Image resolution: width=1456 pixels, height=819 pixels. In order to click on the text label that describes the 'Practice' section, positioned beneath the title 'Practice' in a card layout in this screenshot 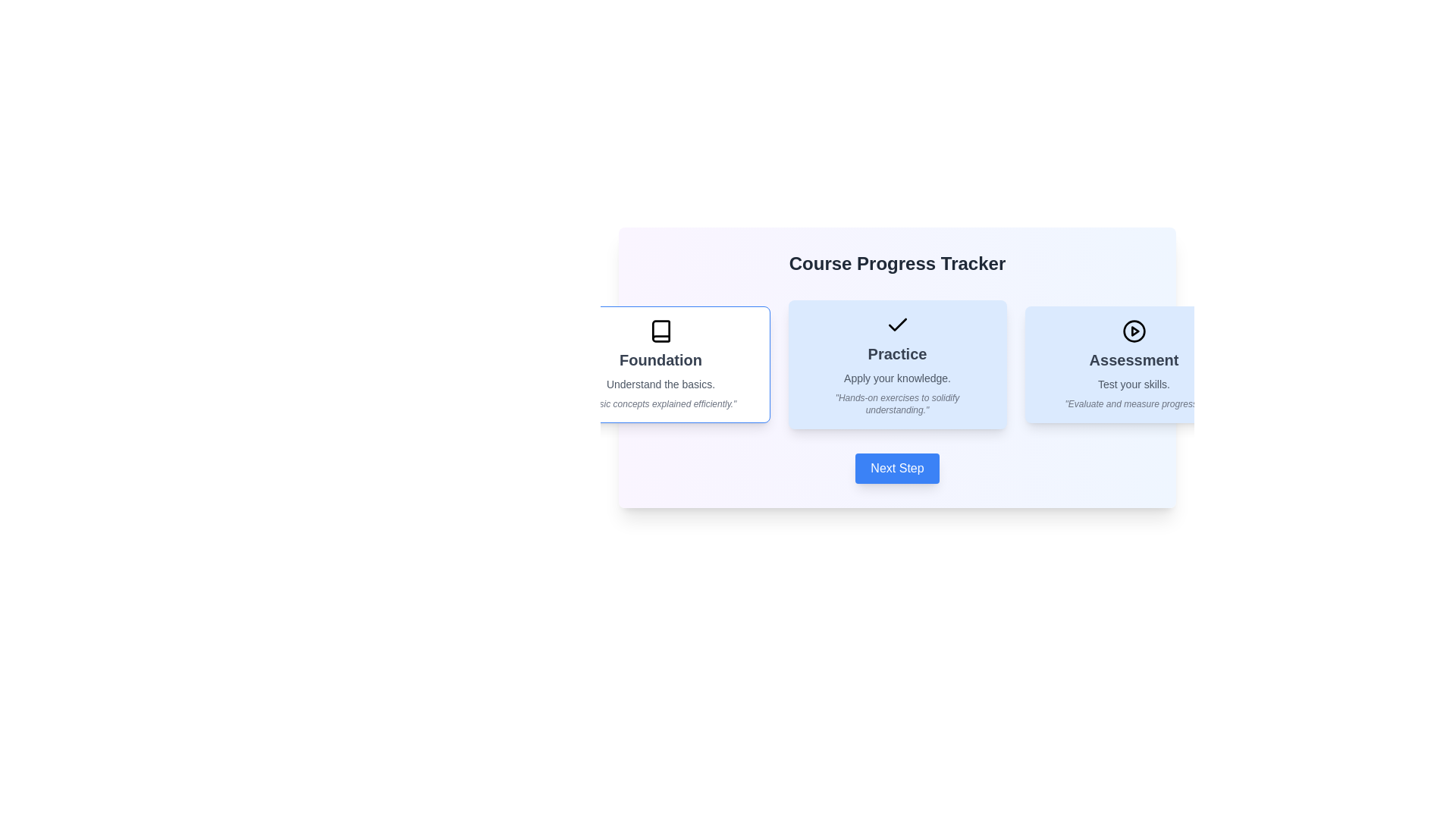, I will do `click(897, 377)`.